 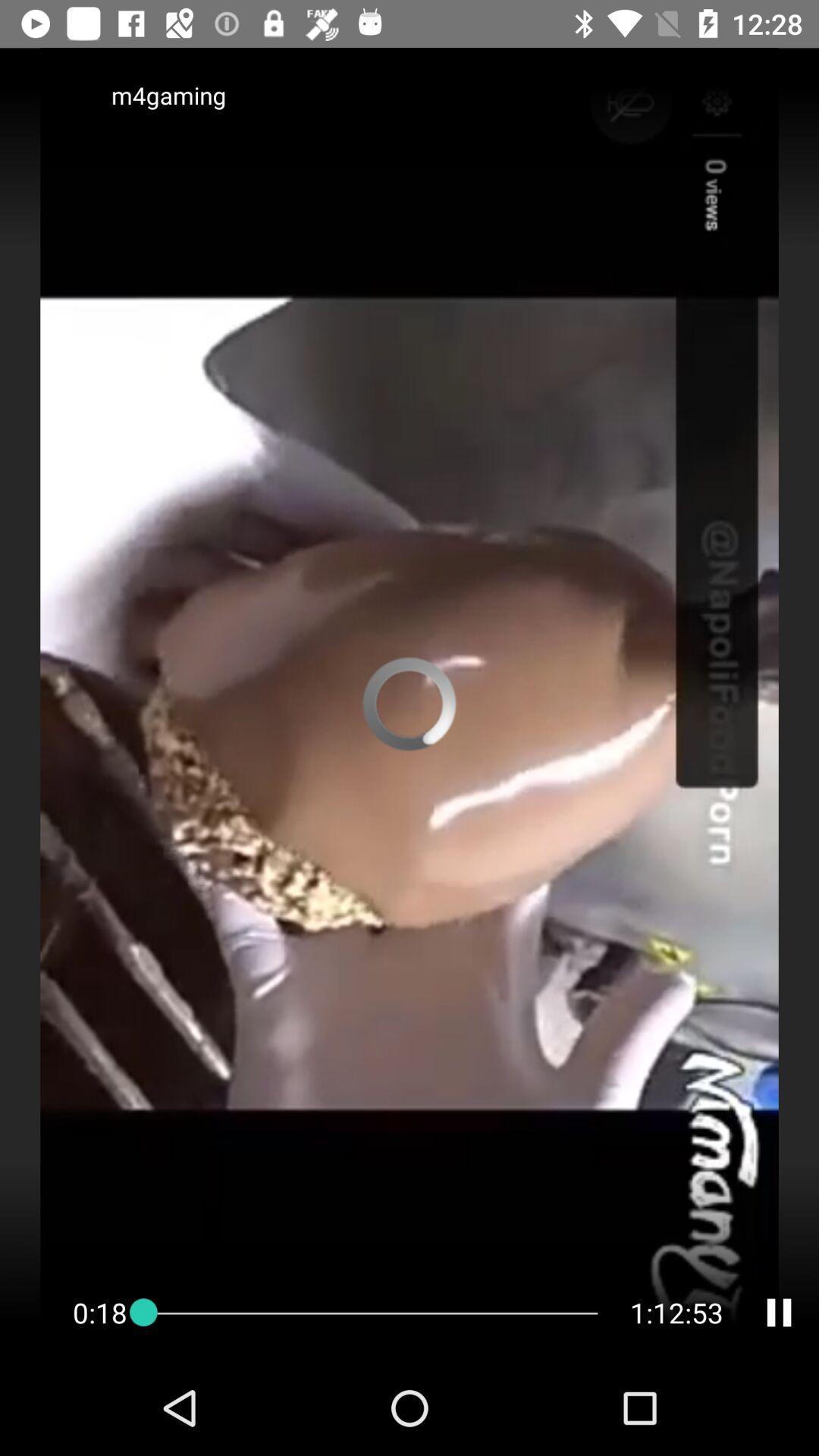 What do you see at coordinates (779, 1312) in the screenshot?
I see `the pause icon` at bounding box center [779, 1312].